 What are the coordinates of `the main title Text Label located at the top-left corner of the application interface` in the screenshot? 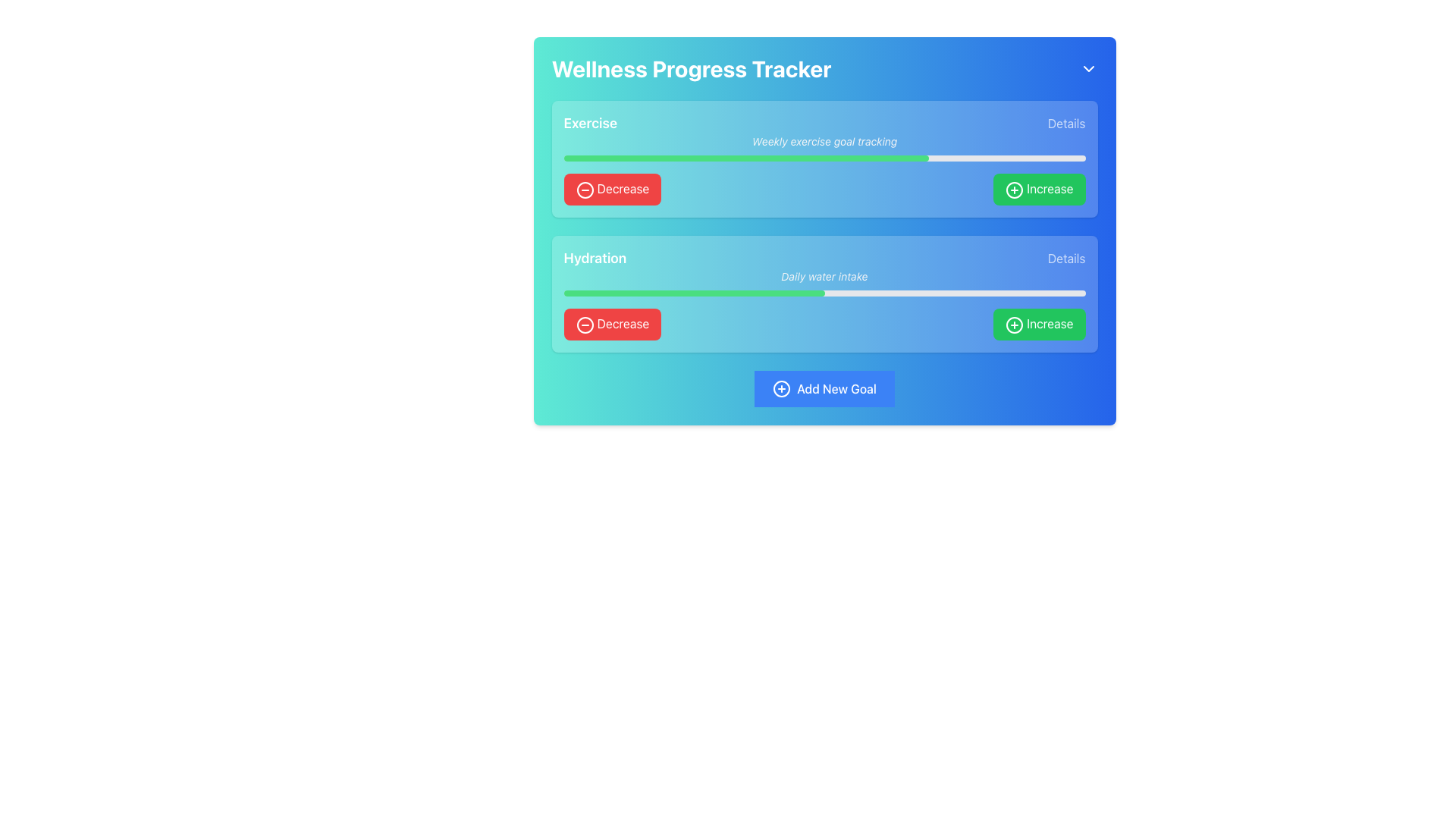 It's located at (691, 69).